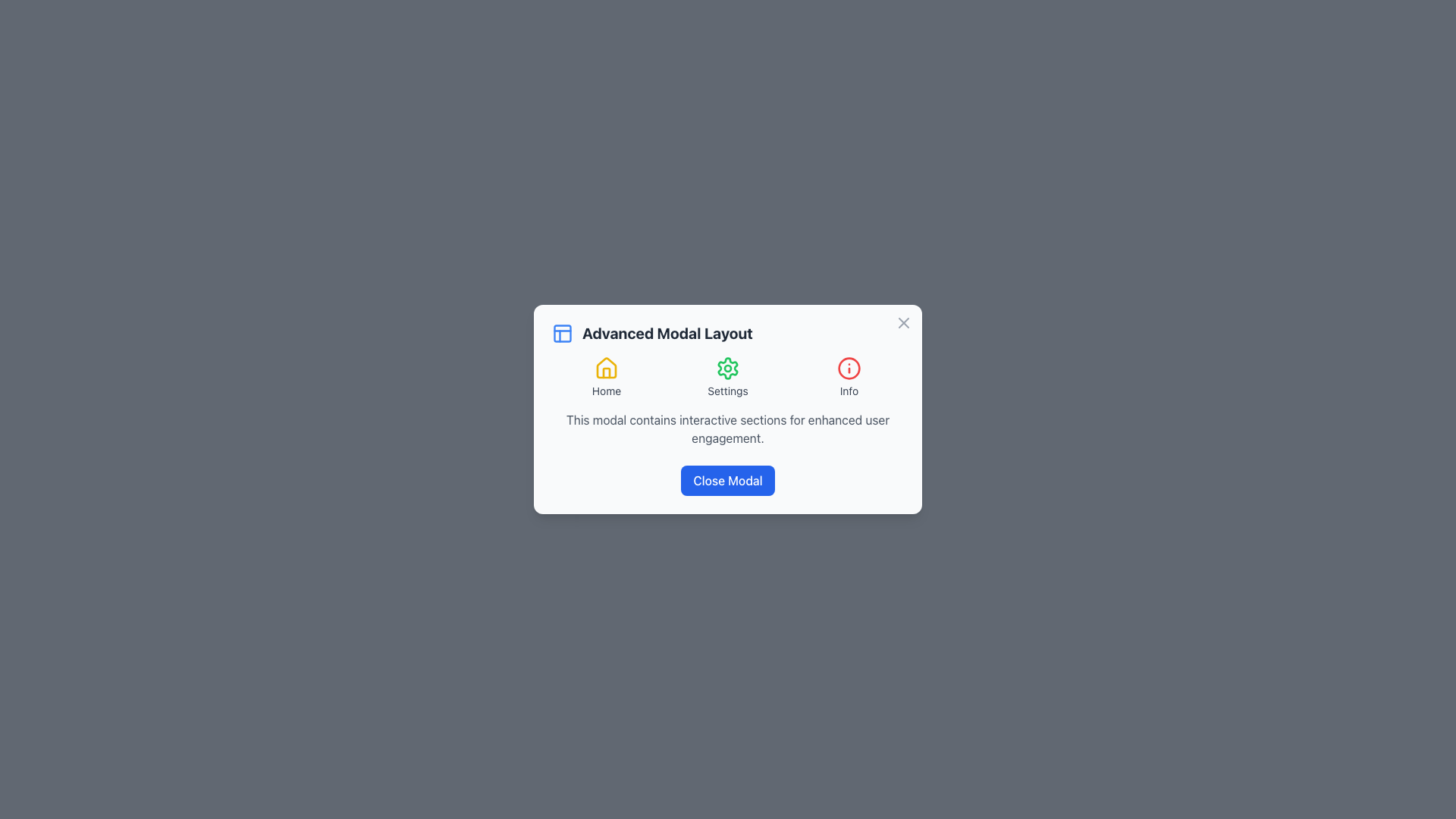 The width and height of the screenshot is (1456, 819). I want to click on the first subcomponent of the grouped icon representation, which is a square with rounded corners, located near the top-left corner of the modal before the label 'Advanced Modal Layout.', so click(562, 332).